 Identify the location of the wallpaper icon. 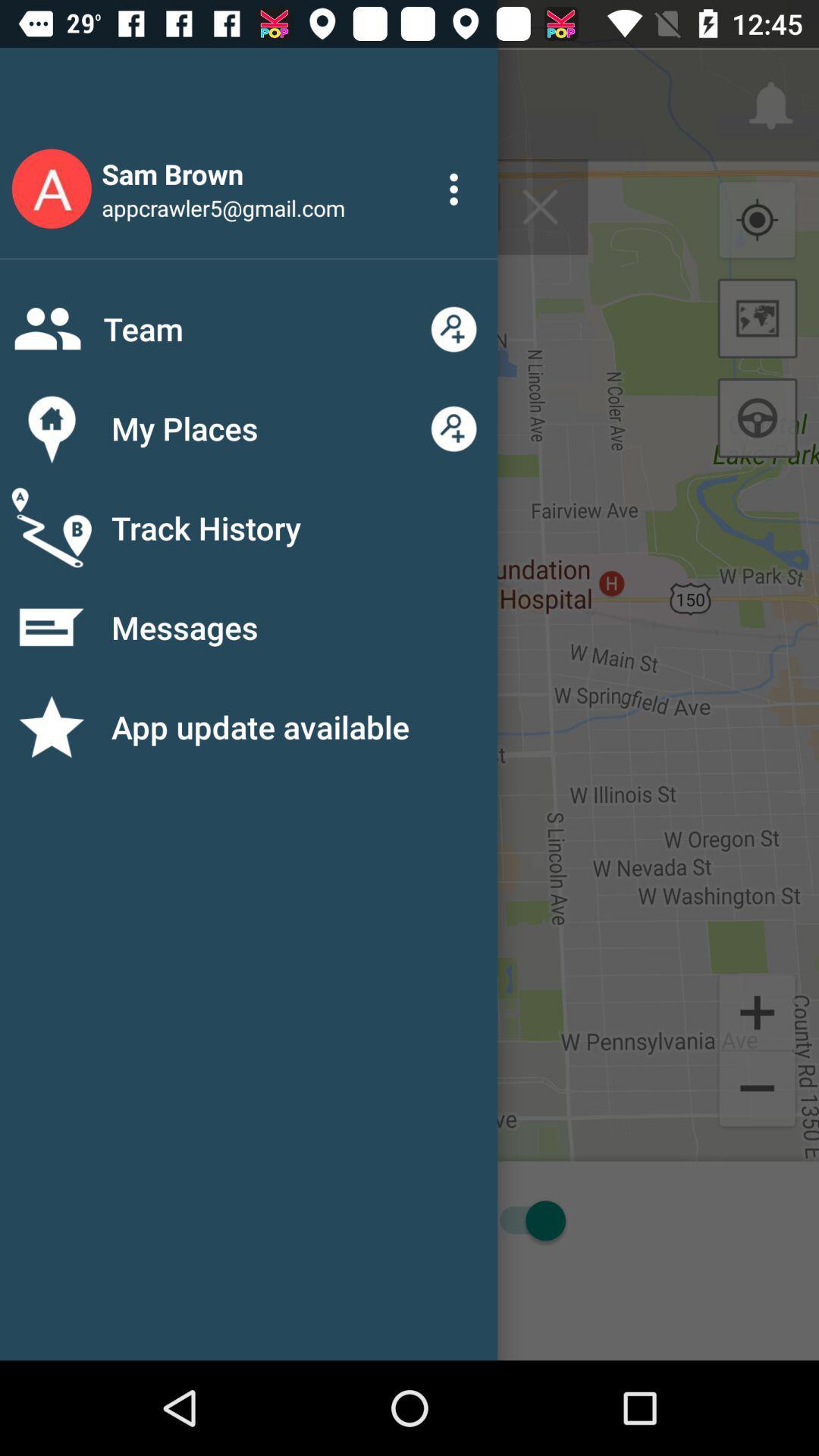
(758, 318).